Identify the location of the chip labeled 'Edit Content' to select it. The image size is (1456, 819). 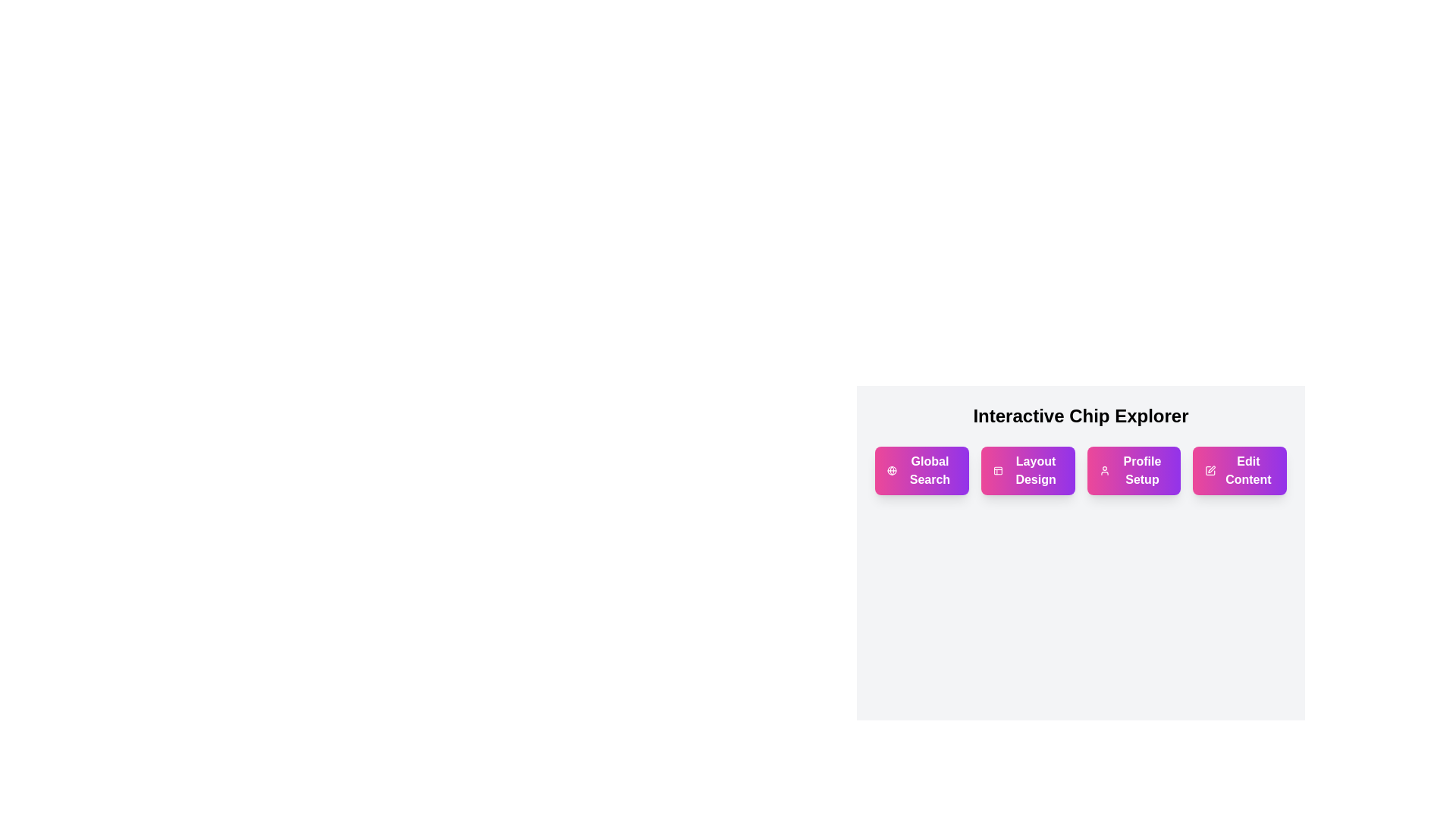
(1240, 470).